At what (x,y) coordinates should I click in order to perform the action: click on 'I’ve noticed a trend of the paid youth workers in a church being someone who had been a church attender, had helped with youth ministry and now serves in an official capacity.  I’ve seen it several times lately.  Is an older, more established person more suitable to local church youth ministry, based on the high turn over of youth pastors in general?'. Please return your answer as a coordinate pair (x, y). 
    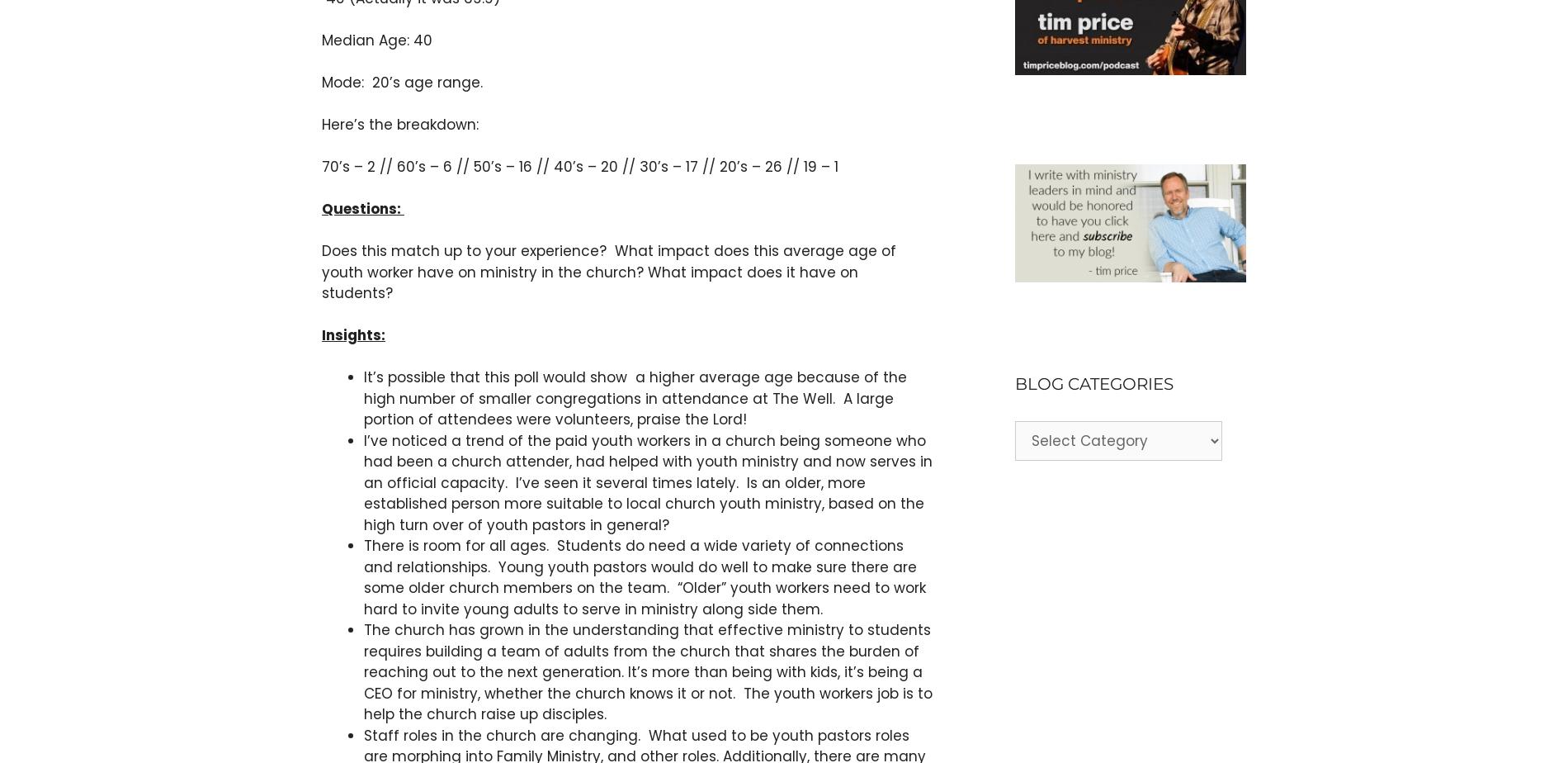
    Looking at the image, I should click on (647, 481).